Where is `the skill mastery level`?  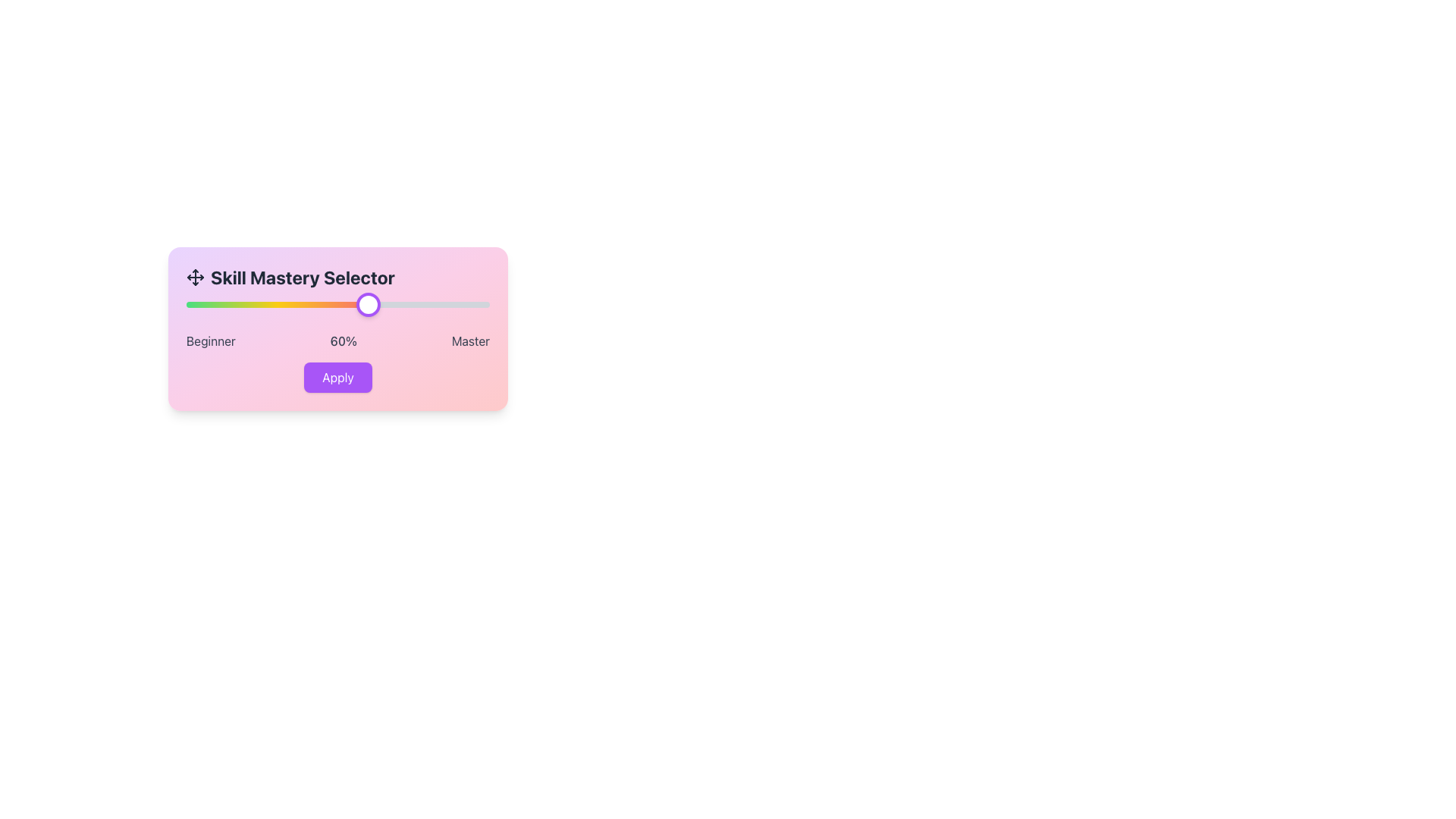 the skill mastery level is located at coordinates (213, 304).